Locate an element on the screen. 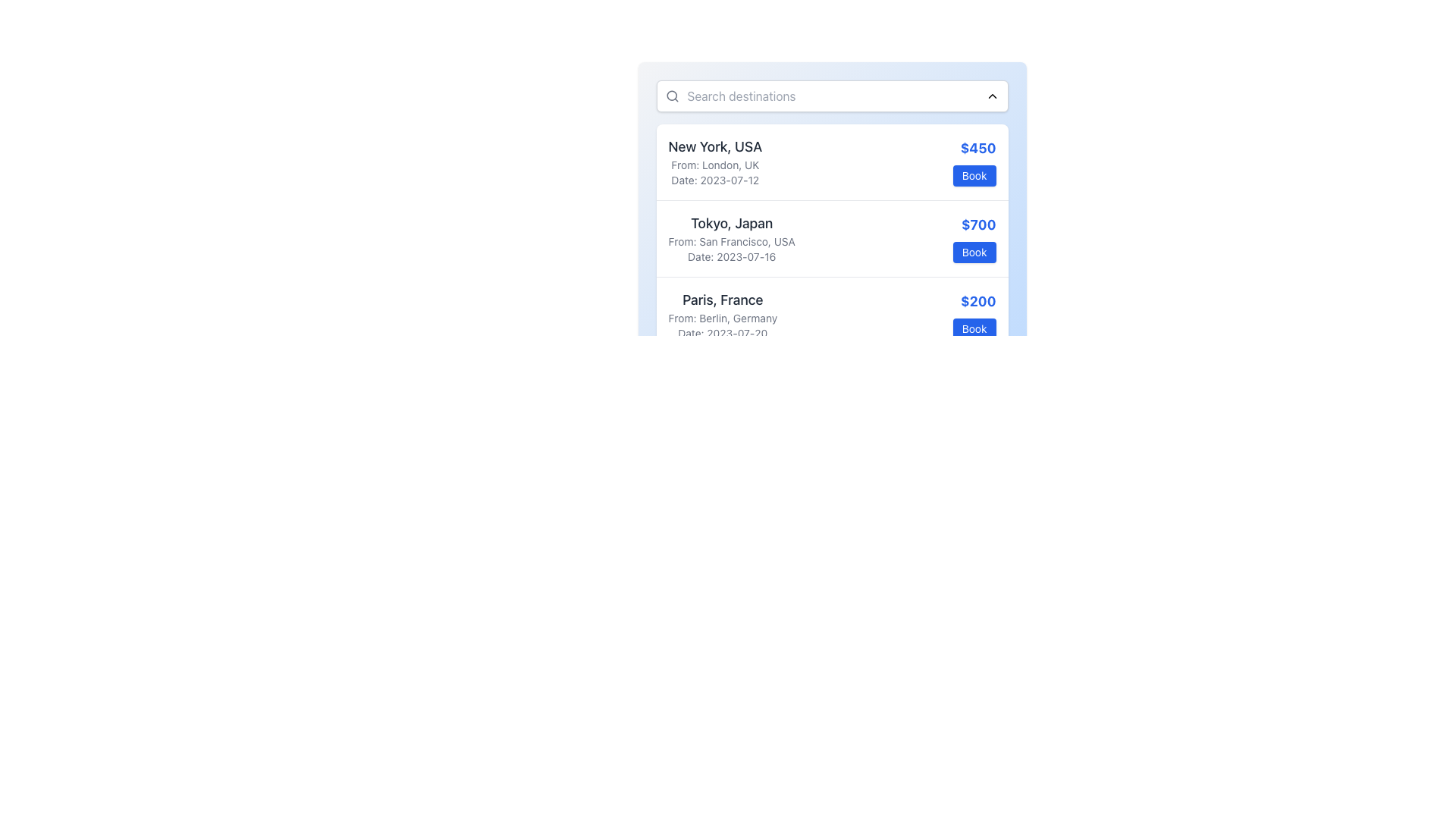 The width and height of the screenshot is (1456, 819). the informational text displaying the departure date of the trip, located below 'From: London, UK' and aligned to the left beneath 'New York, USA' is located at coordinates (714, 180).